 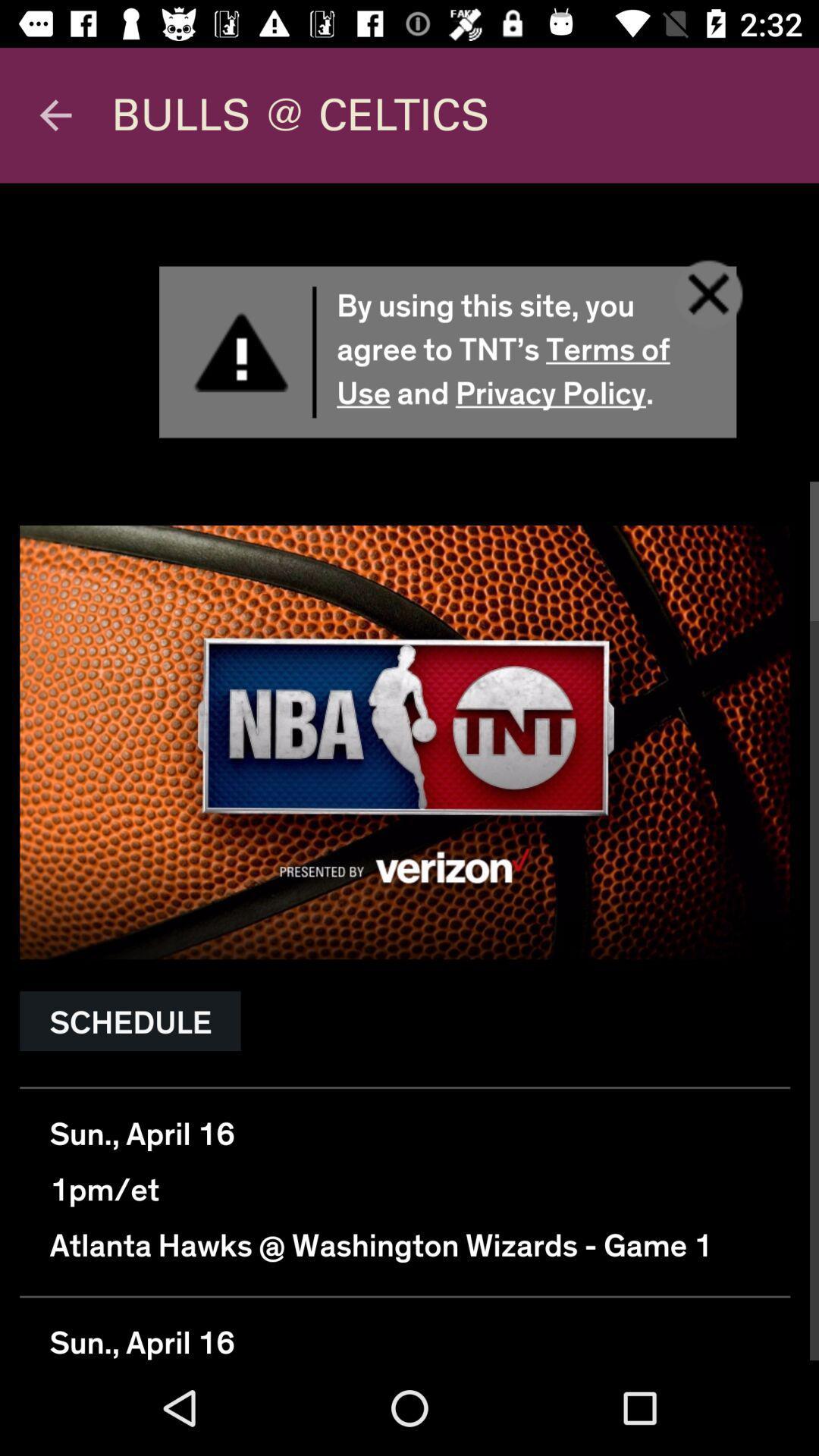 I want to click on color print page, so click(x=409, y=771).